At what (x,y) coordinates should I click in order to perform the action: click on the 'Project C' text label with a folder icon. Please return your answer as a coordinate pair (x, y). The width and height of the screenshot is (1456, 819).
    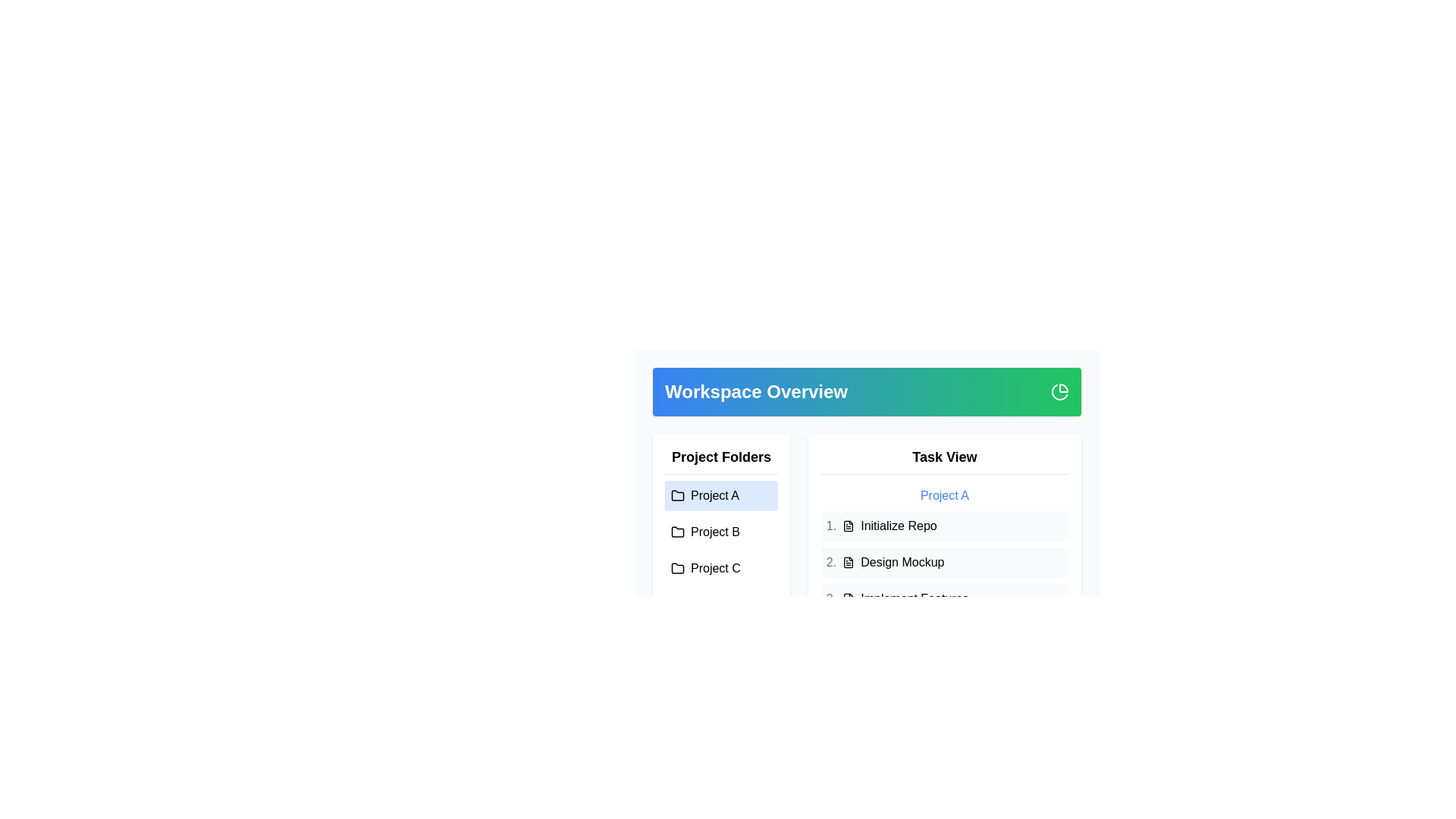
    Looking at the image, I should click on (720, 568).